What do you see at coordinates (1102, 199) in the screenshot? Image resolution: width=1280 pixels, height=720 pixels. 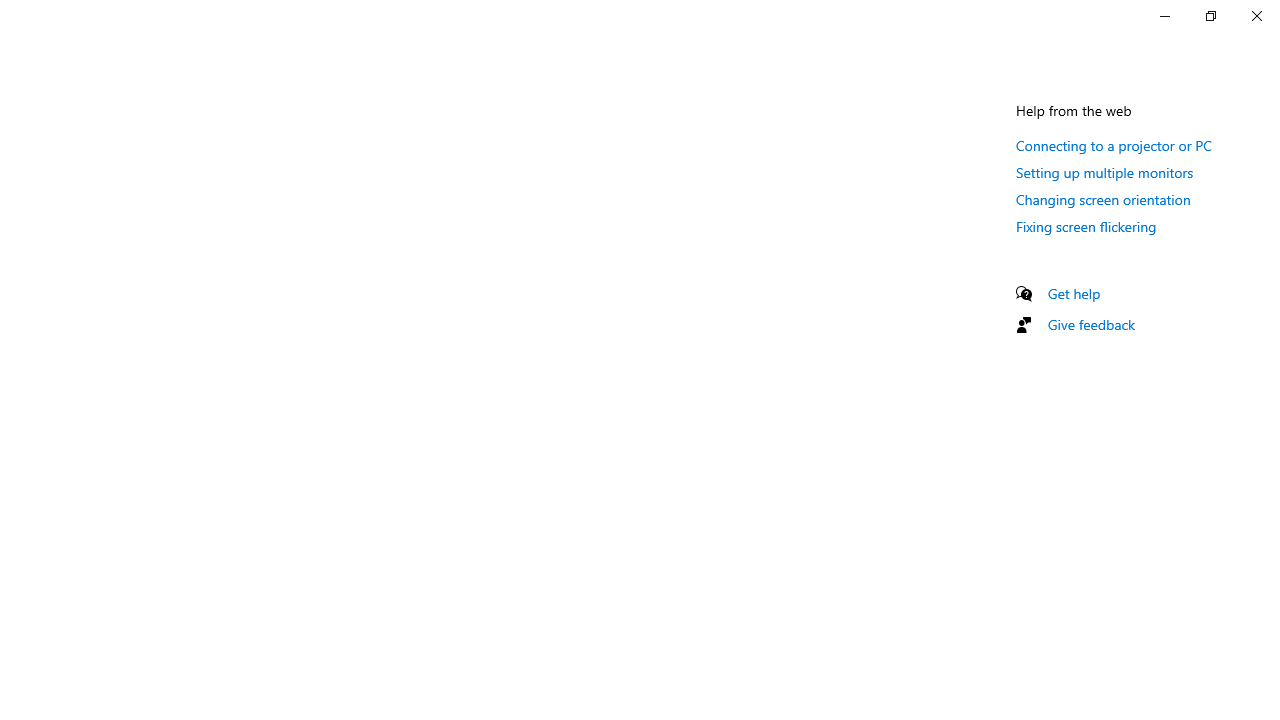 I see `'Changing screen orientation'` at bounding box center [1102, 199].